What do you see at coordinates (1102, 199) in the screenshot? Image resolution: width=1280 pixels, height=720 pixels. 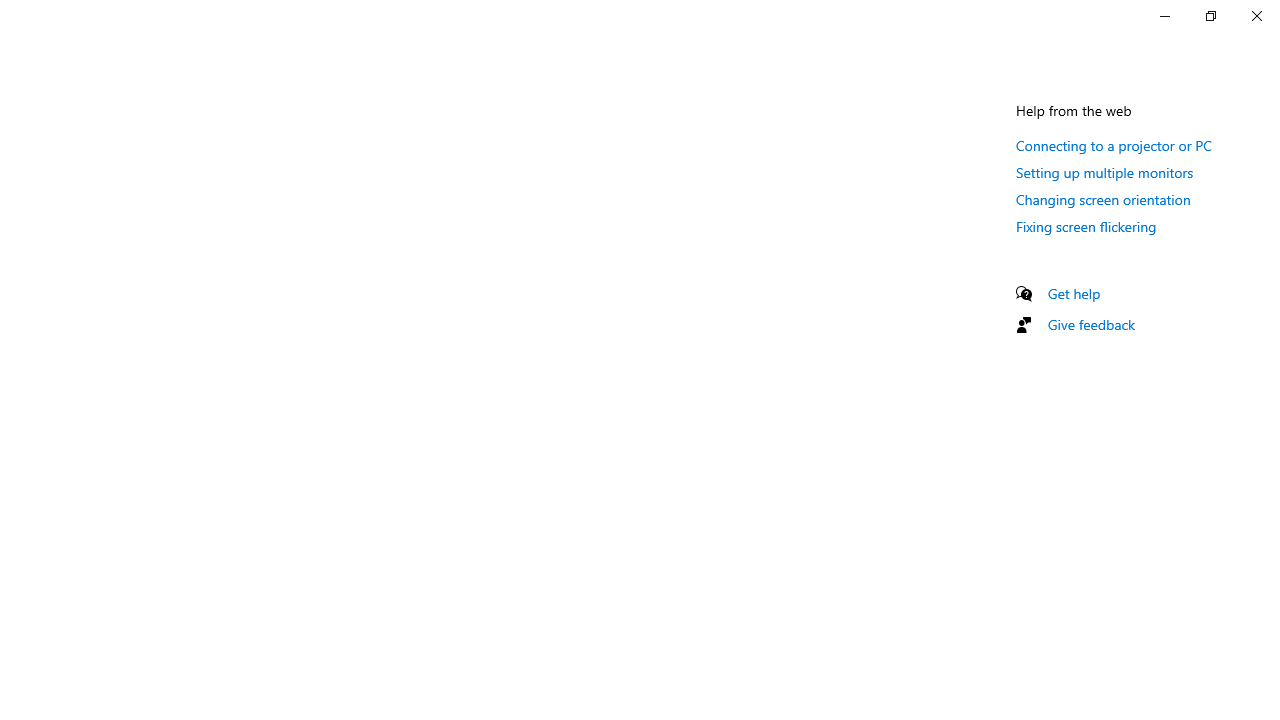 I see `'Changing screen orientation'` at bounding box center [1102, 199].